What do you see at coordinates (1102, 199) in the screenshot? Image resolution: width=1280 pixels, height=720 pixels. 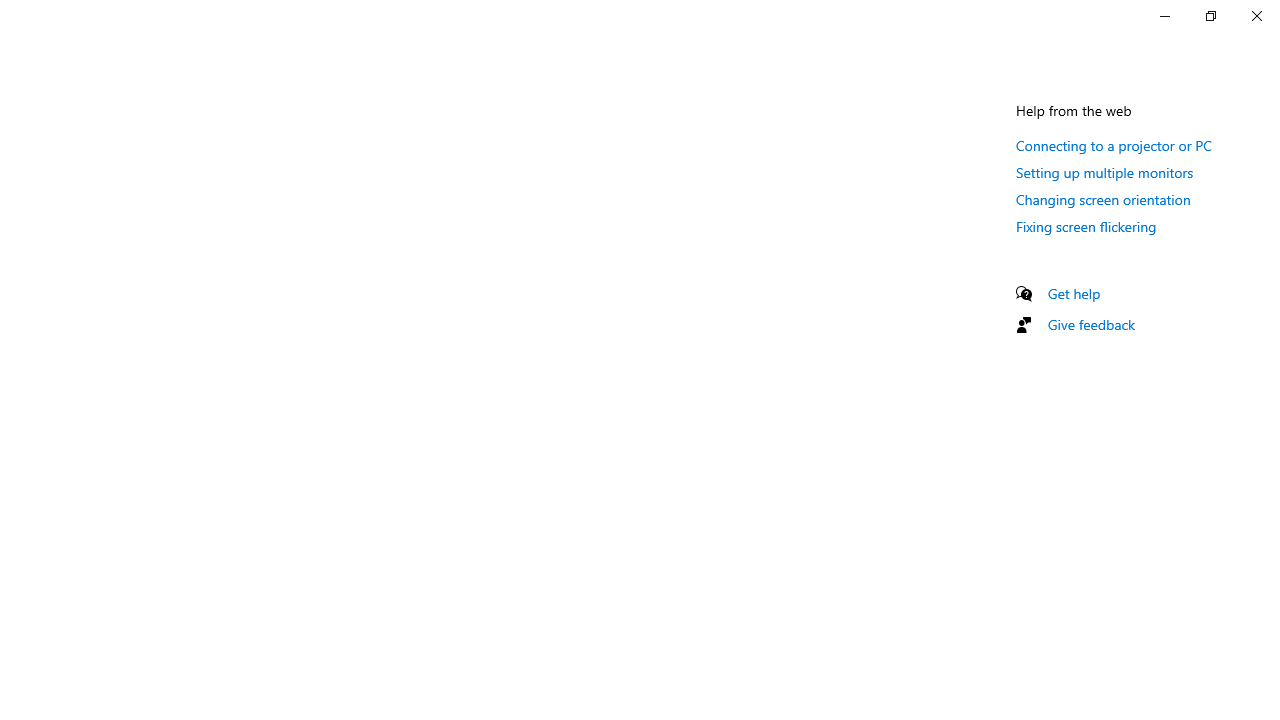 I see `'Changing screen orientation'` at bounding box center [1102, 199].